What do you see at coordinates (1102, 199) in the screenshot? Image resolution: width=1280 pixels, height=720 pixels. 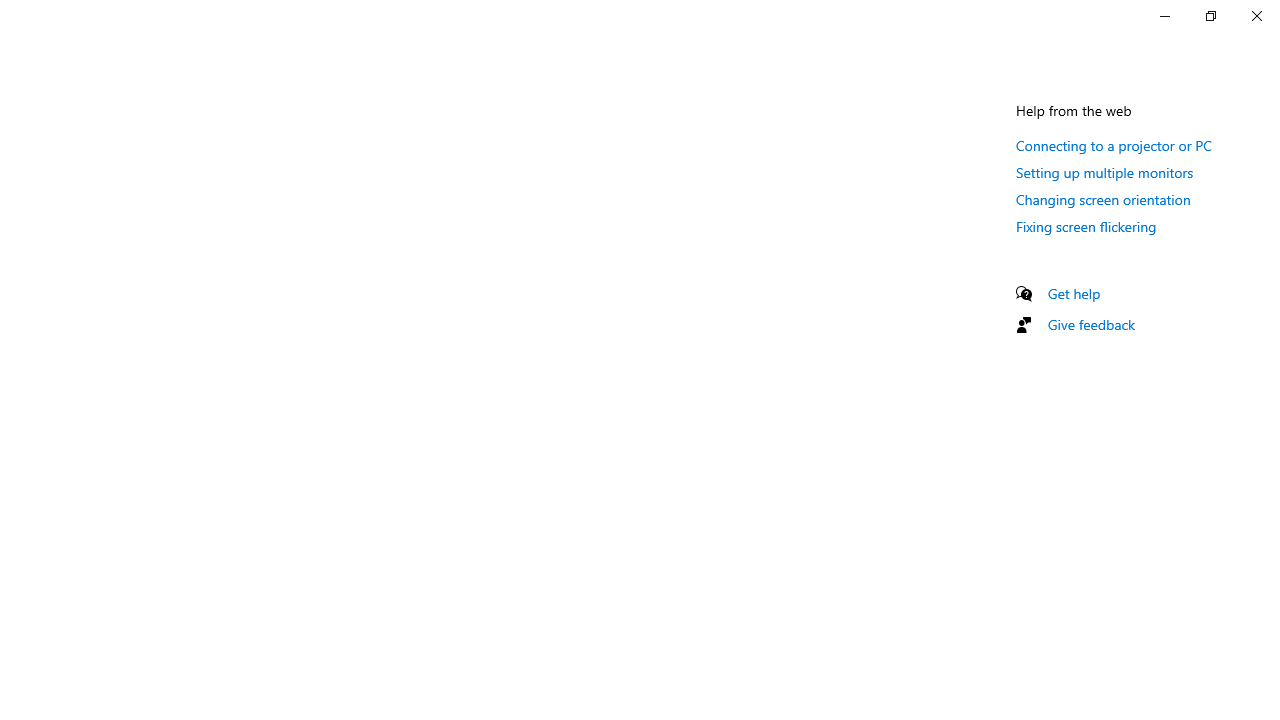 I see `'Changing screen orientation'` at bounding box center [1102, 199].